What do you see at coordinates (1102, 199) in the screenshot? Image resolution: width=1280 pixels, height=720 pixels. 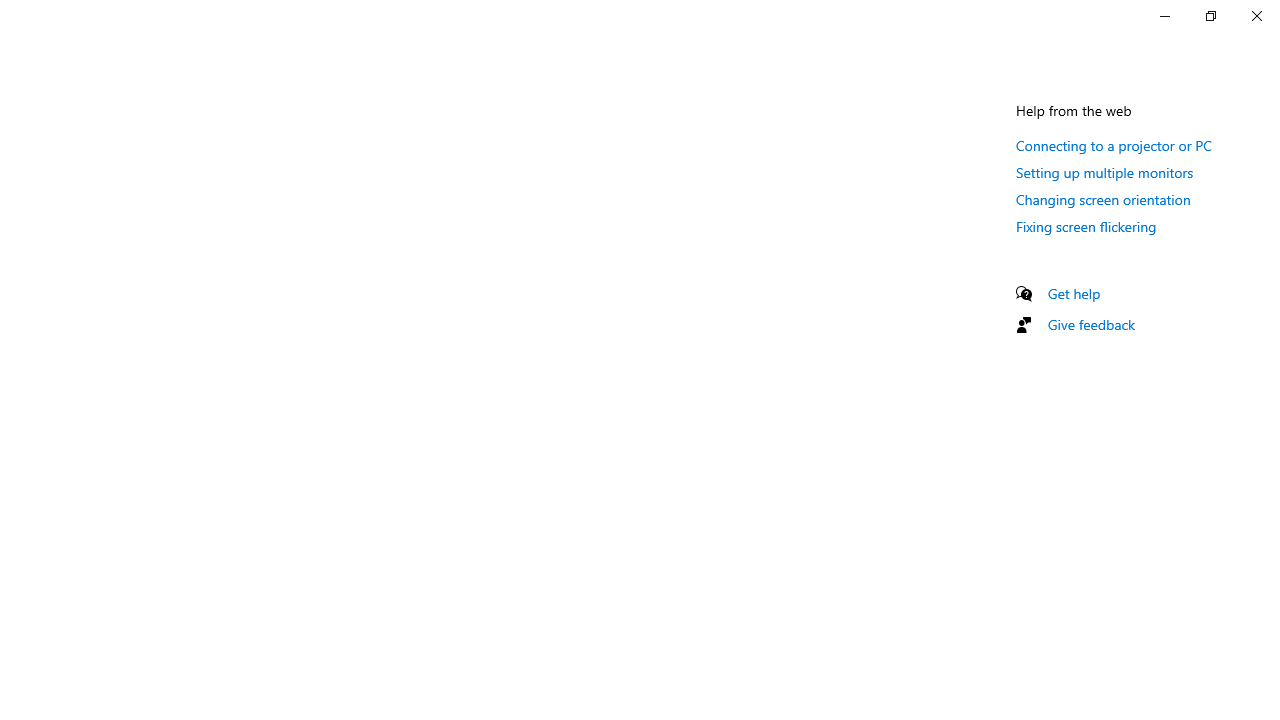 I see `'Changing screen orientation'` at bounding box center [1102, 199].